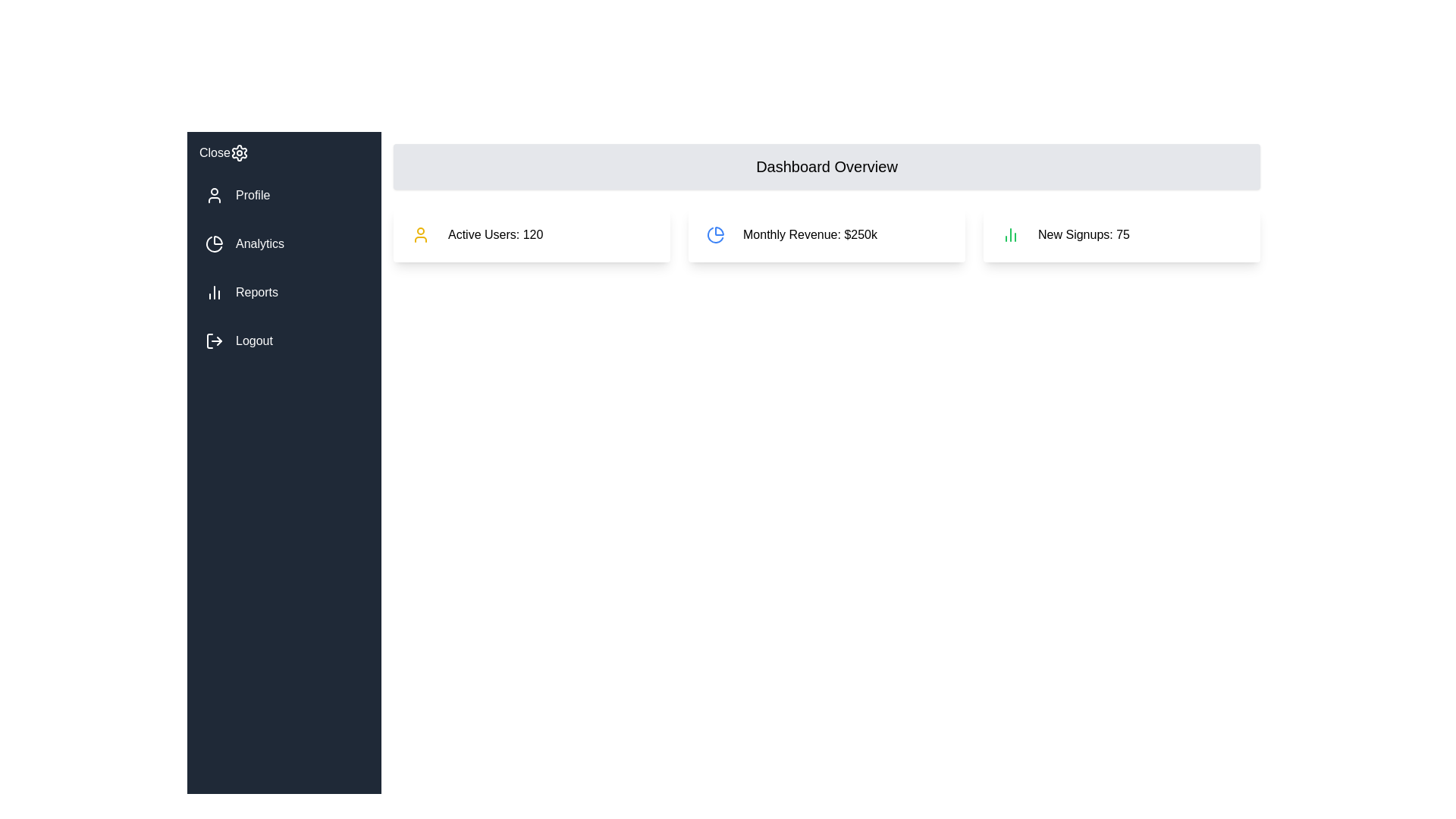  Describe the element at coordinates (826, 166) in the screenshot. I see `the Header panel which has a gray background, rounded corners, and contains the text 'Dashboard Overview' in bold black lettering` at that location.